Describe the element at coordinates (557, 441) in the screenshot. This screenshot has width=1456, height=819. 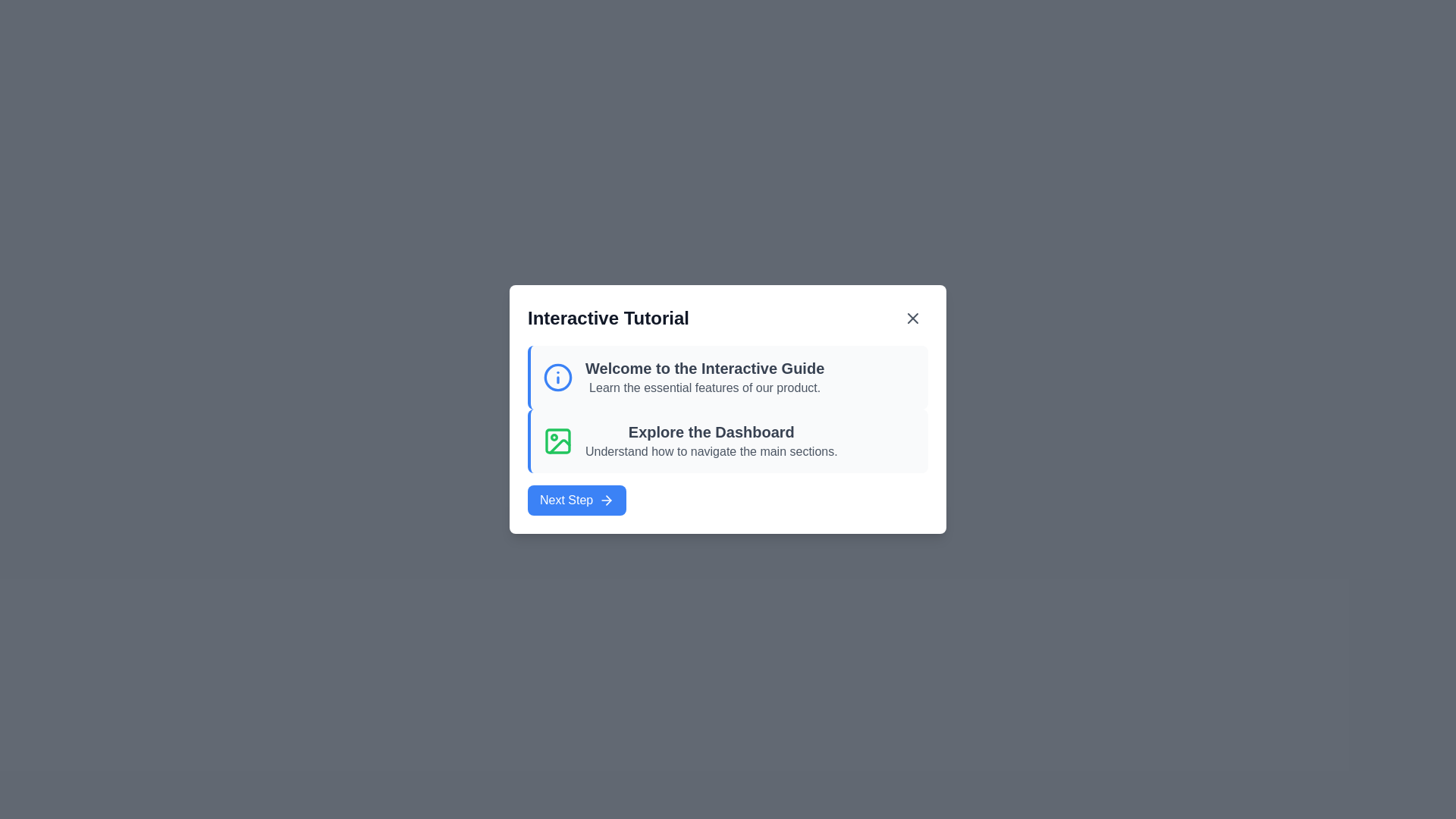
I see `the Decorative icon located to the left of the text 'Explore the Dashboard' within the tutorial steps` at that location.